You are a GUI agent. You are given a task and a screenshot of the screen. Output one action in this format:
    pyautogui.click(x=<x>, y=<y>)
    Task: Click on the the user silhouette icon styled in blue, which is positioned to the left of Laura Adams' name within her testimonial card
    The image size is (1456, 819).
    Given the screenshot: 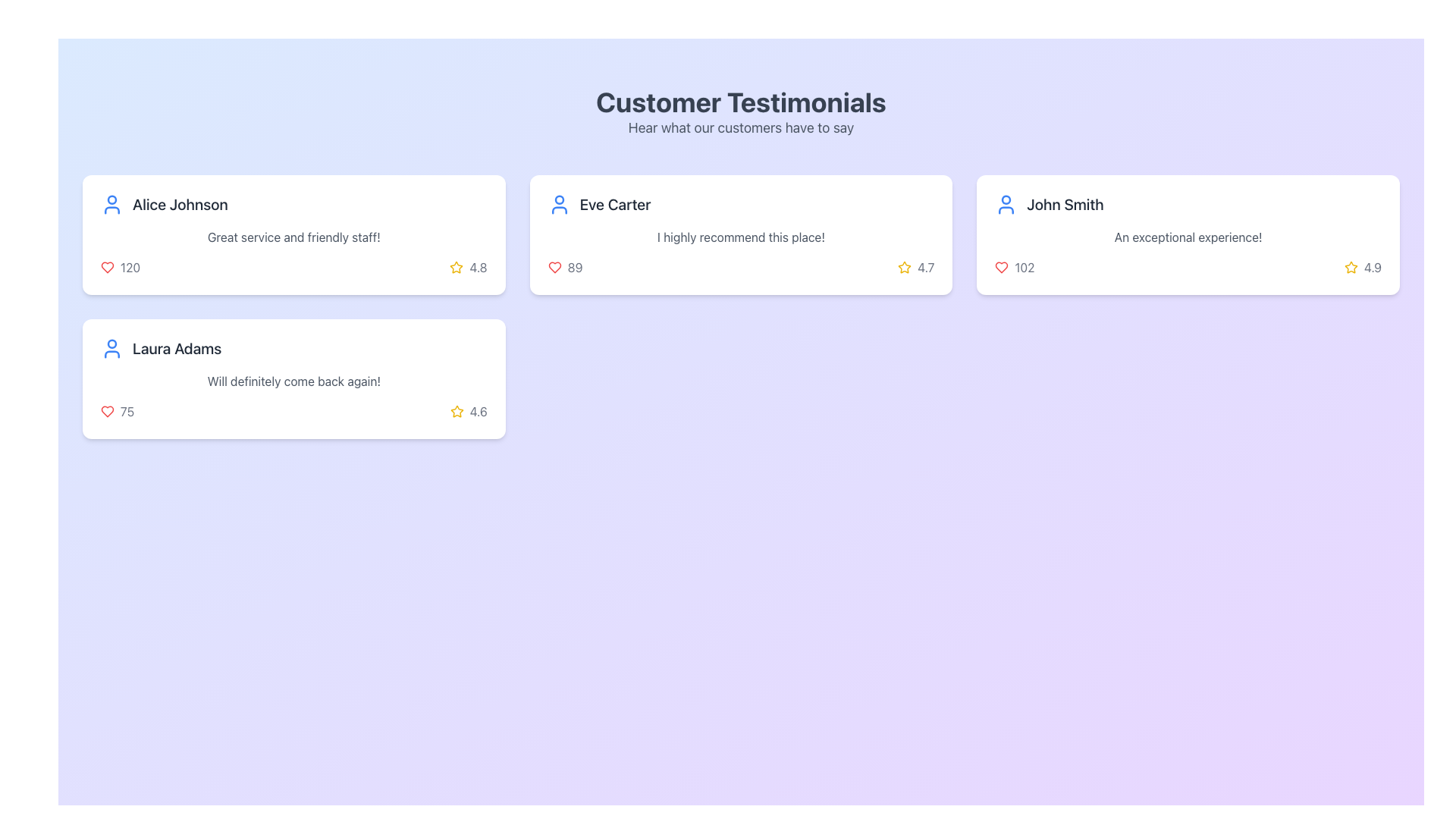 What is the action you would take?
    pyautogui.click(x=111, y=348)
    